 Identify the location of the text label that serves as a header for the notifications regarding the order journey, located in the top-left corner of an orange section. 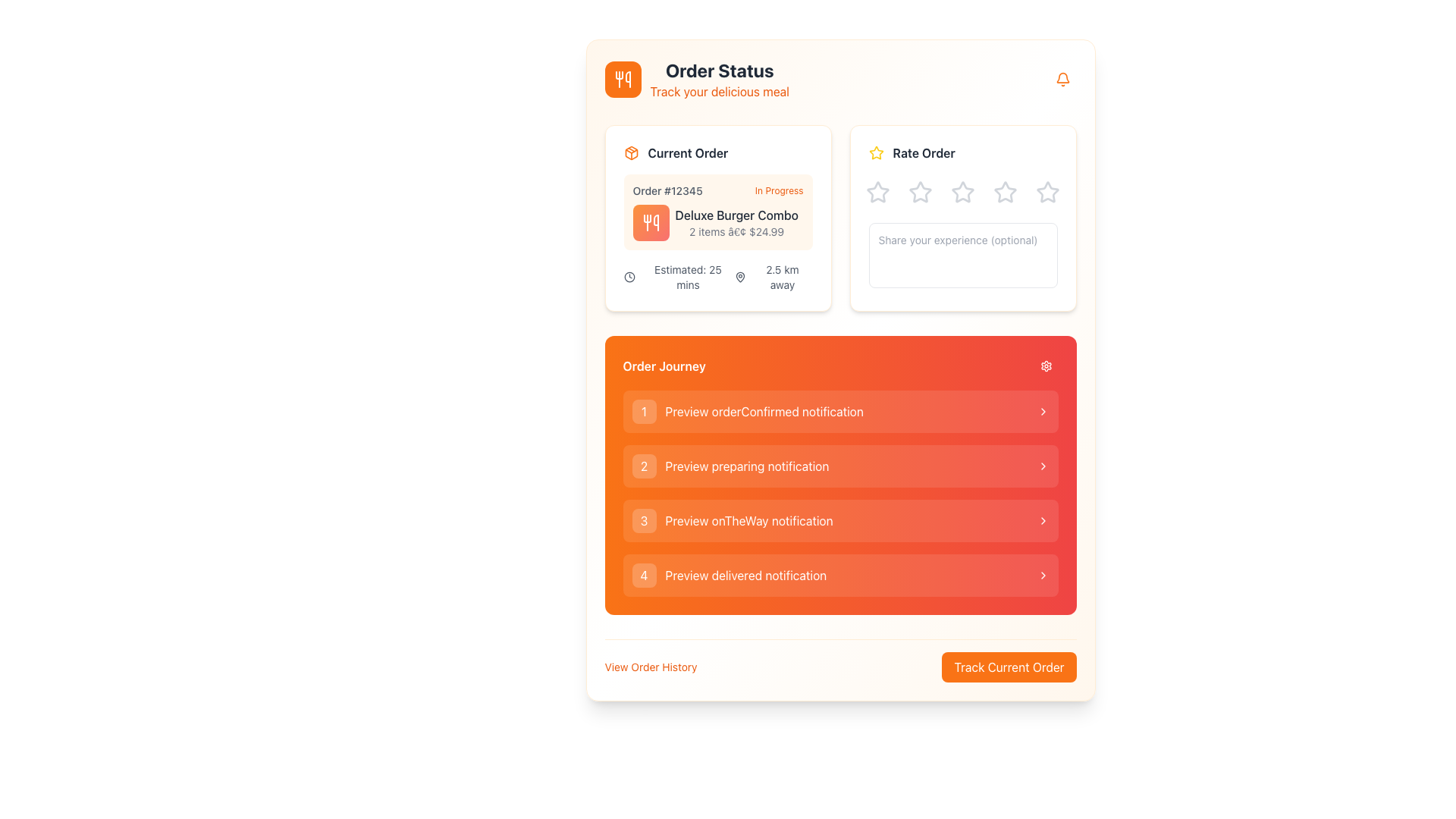
(664, 366).